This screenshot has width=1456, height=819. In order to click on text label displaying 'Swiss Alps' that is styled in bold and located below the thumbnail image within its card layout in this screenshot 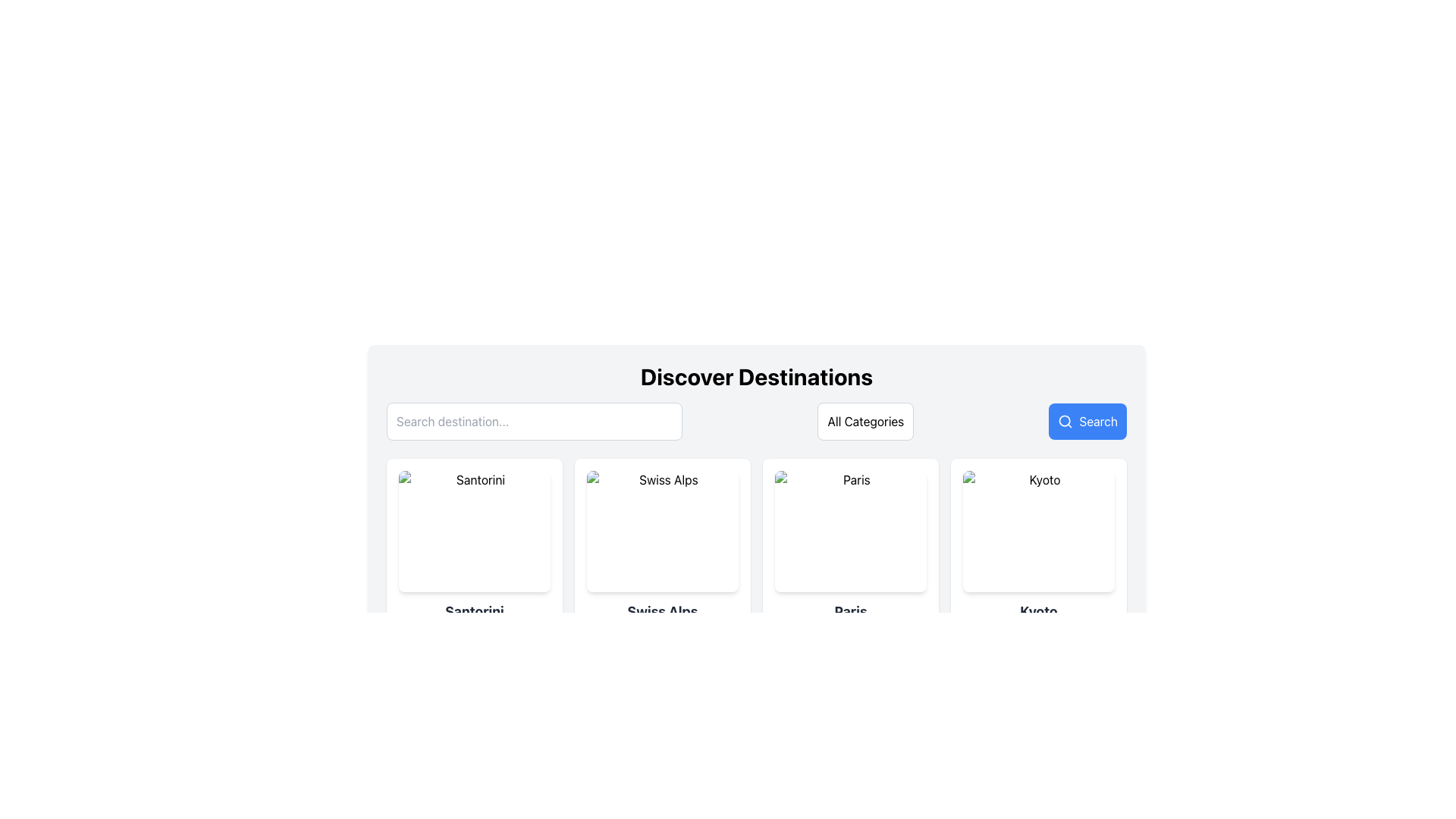, I will do `click(662, 610)`.